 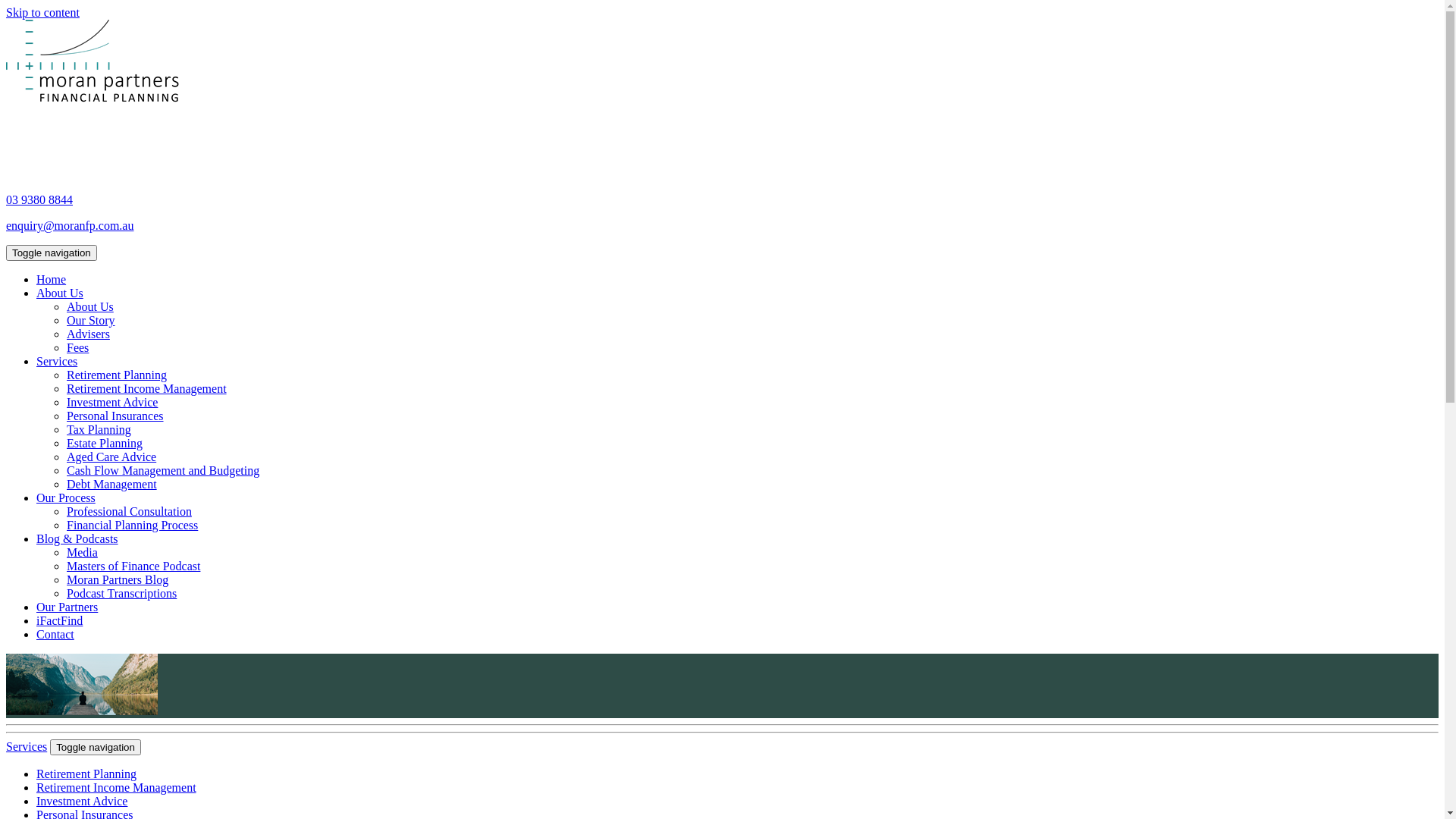 What do you see at coordinates (129, 511) in the screenshot?
I see `'Professional Consultation'` at bounding box center [129, 511].